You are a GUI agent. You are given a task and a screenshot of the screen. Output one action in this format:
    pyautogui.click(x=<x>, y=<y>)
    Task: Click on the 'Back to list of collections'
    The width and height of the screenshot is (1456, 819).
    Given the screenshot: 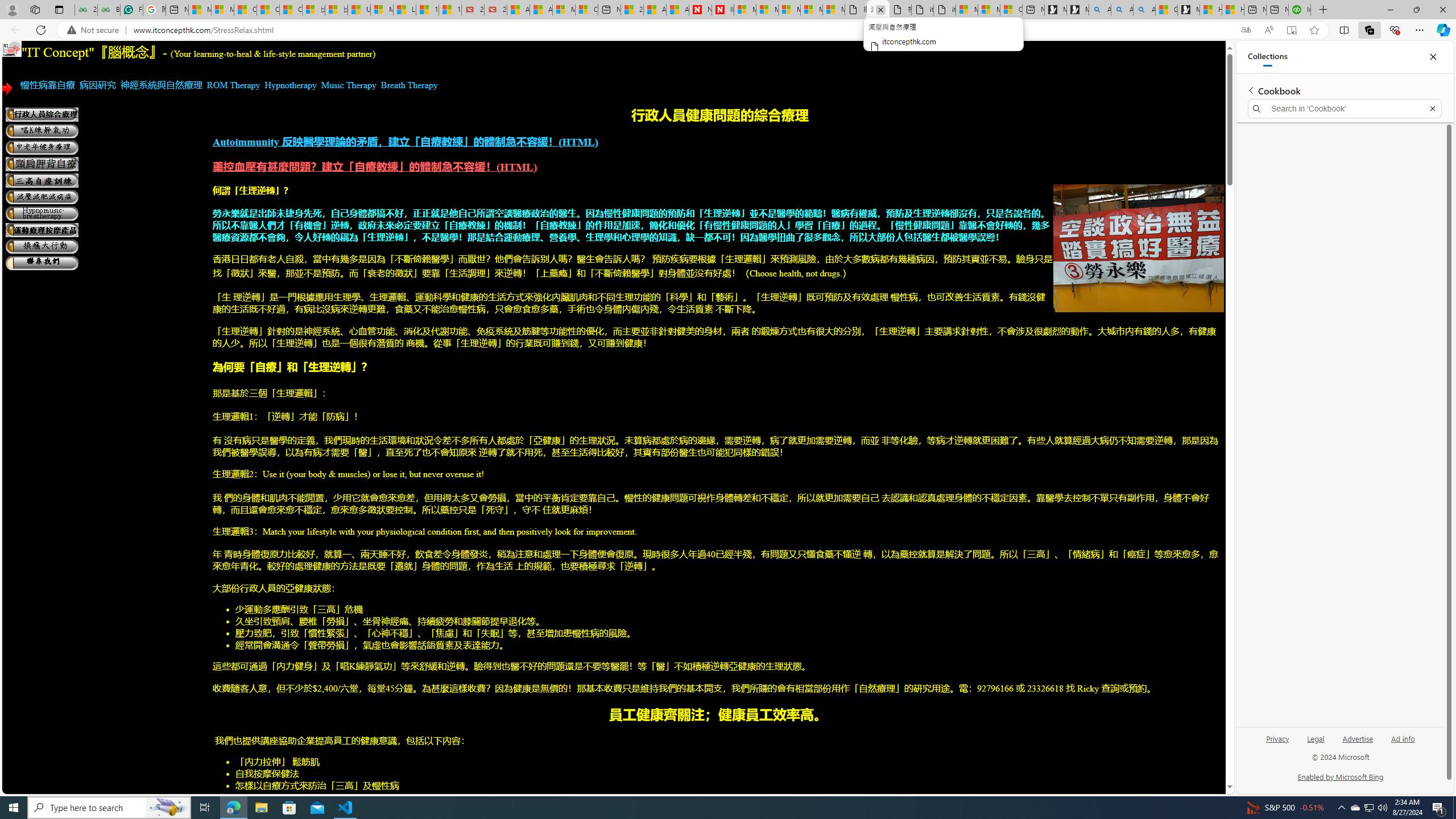 What is the action you would take?
    pyautogui.click(x=1250, y=90)
    